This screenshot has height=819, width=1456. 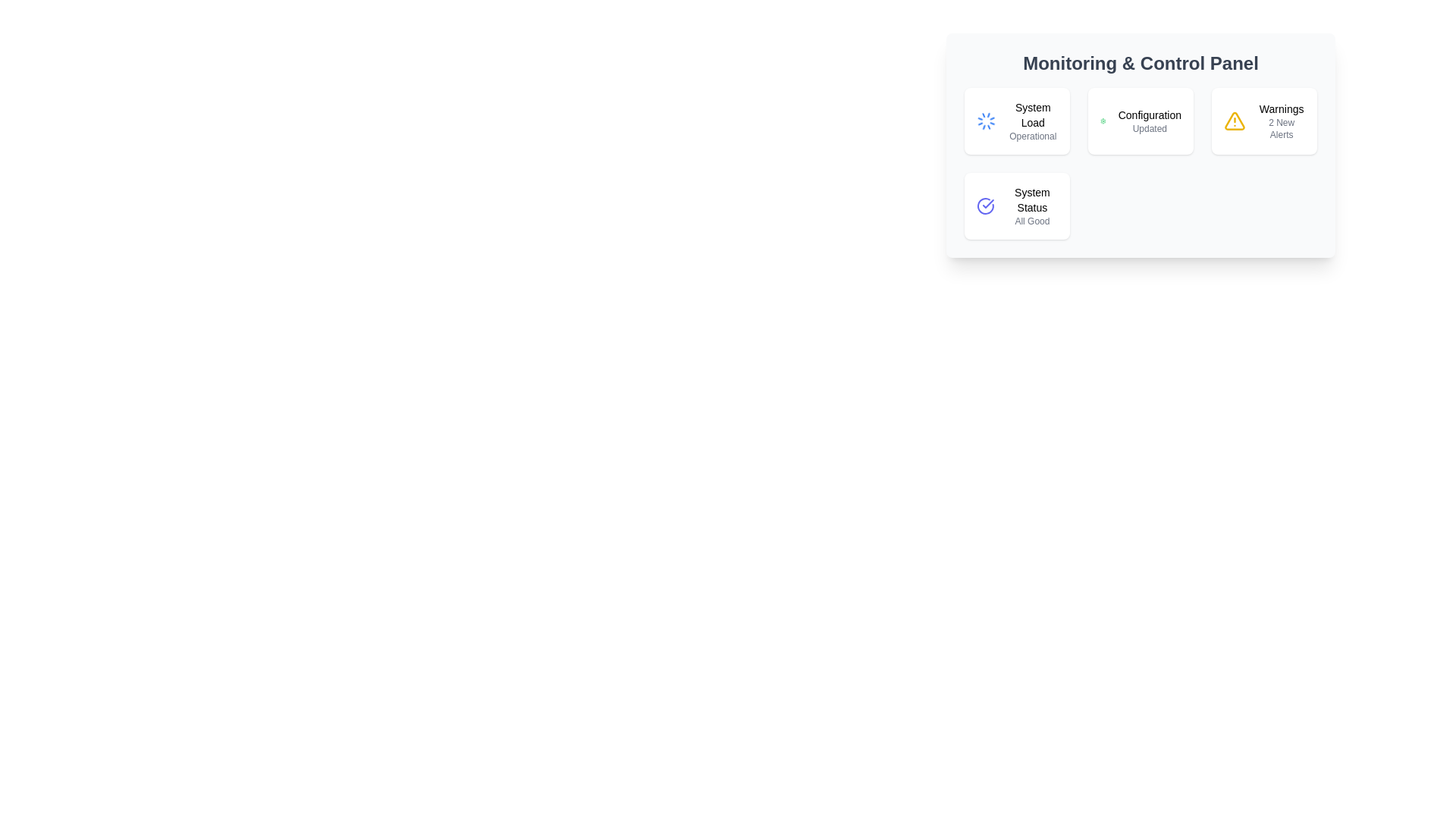 I want to click on the text label displaying '2 New Alerts' located in the 'Warnings' section of the panel, which is the second line of text below the 'Warnings' header in the top-right corner of the interface, so click(x=1281, y=127).